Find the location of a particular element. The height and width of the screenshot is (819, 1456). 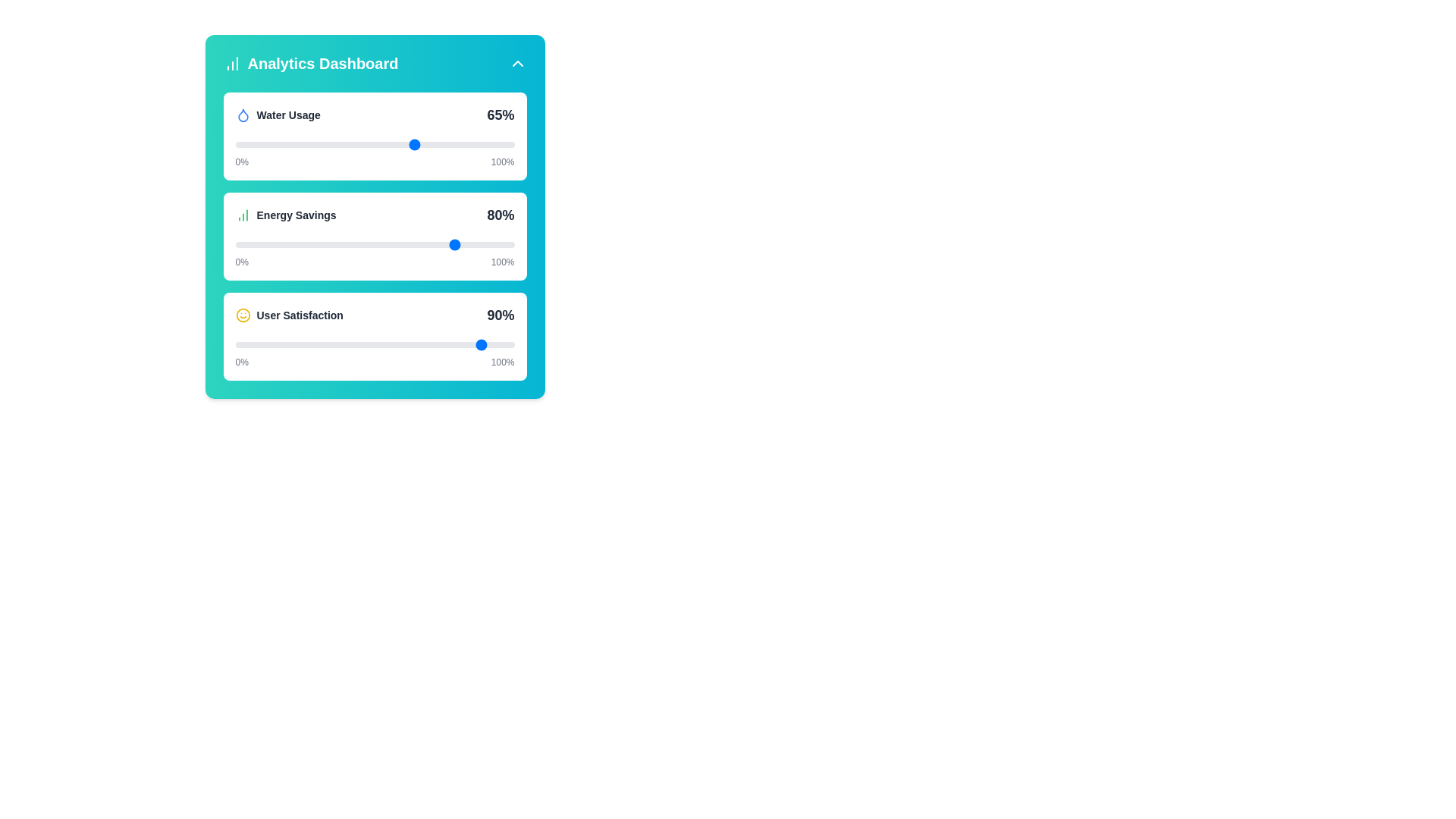

energy savings is located at coordinates (386, 244).